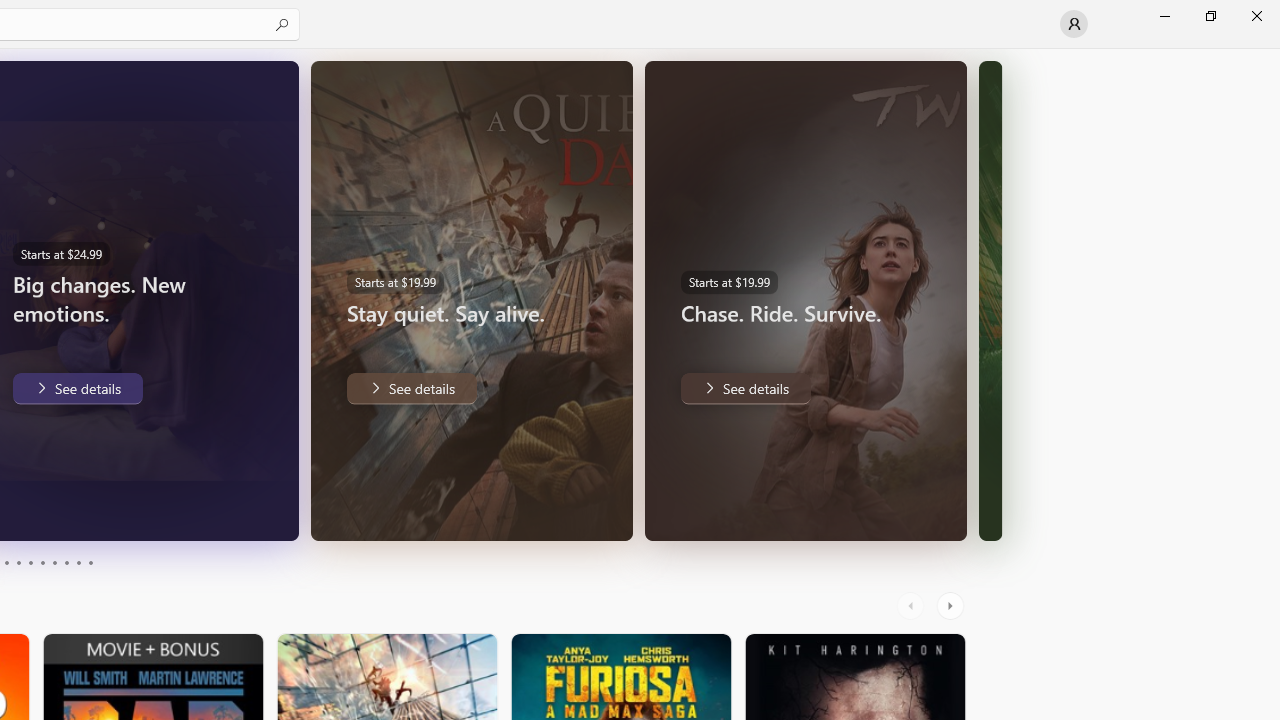 The height and width of the screenshot is (720, 1280). Describe the element at coordinates (1072, 24) in the screenshot. I see `'User profile'` at that location.